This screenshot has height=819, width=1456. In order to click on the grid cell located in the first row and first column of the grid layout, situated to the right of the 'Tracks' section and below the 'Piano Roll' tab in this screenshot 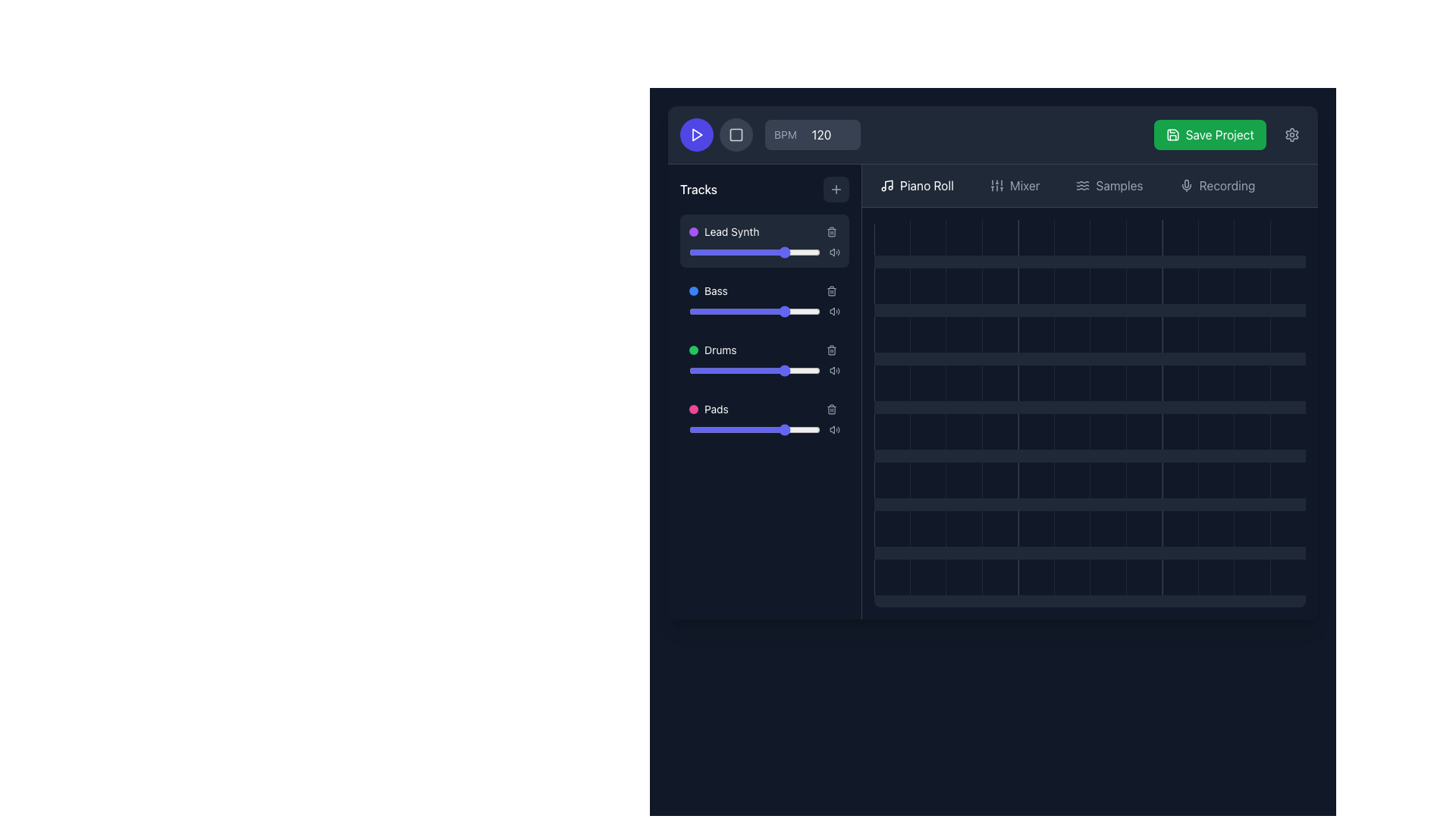, I will do `click(892, 237)`.